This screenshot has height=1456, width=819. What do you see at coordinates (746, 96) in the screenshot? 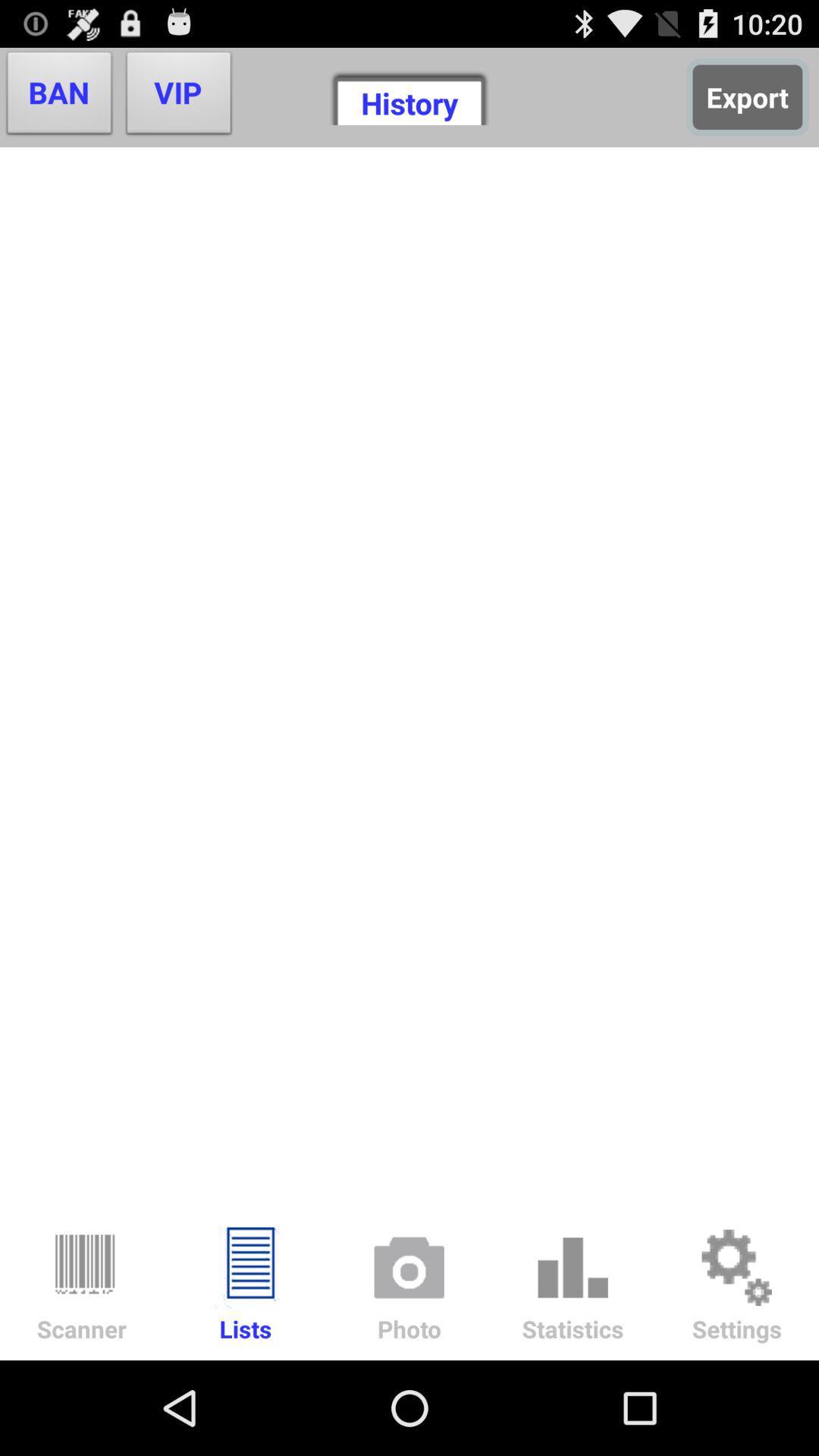
I see `icon at the top right corner` at bounding box center [746, 96].